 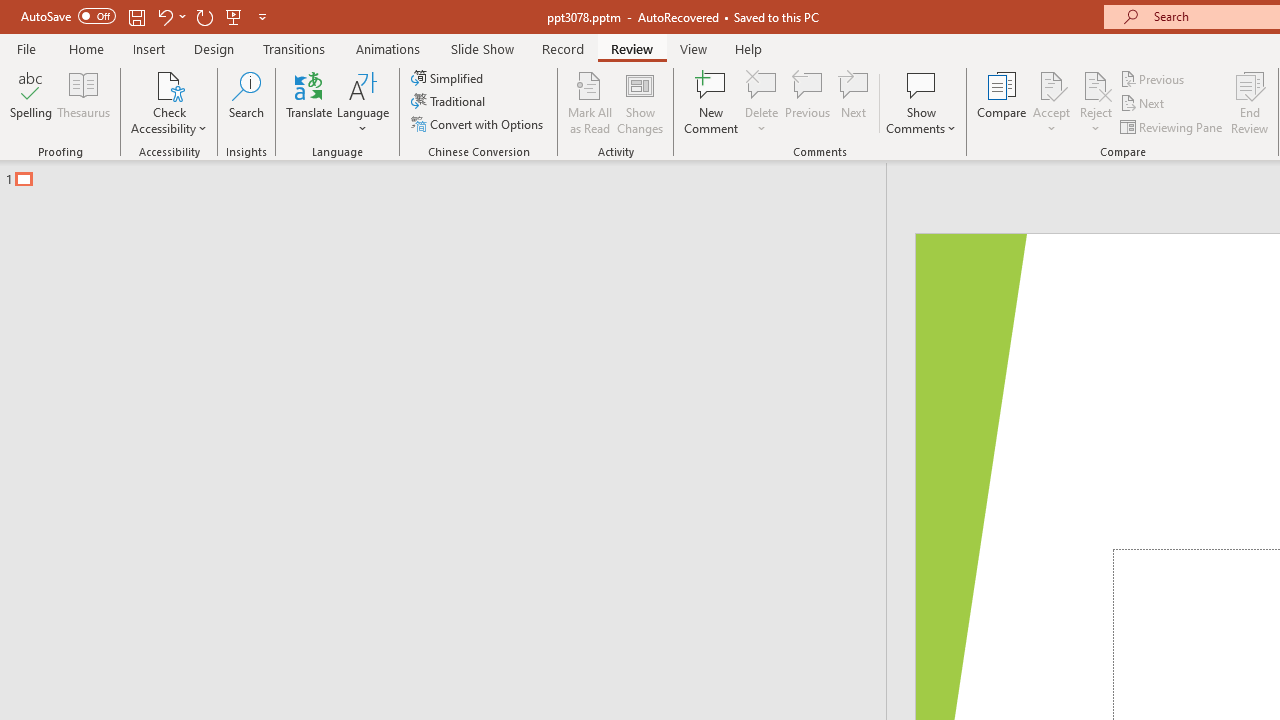 I want to click on 'Reviewing Pane', so click(x=1173, y=127).